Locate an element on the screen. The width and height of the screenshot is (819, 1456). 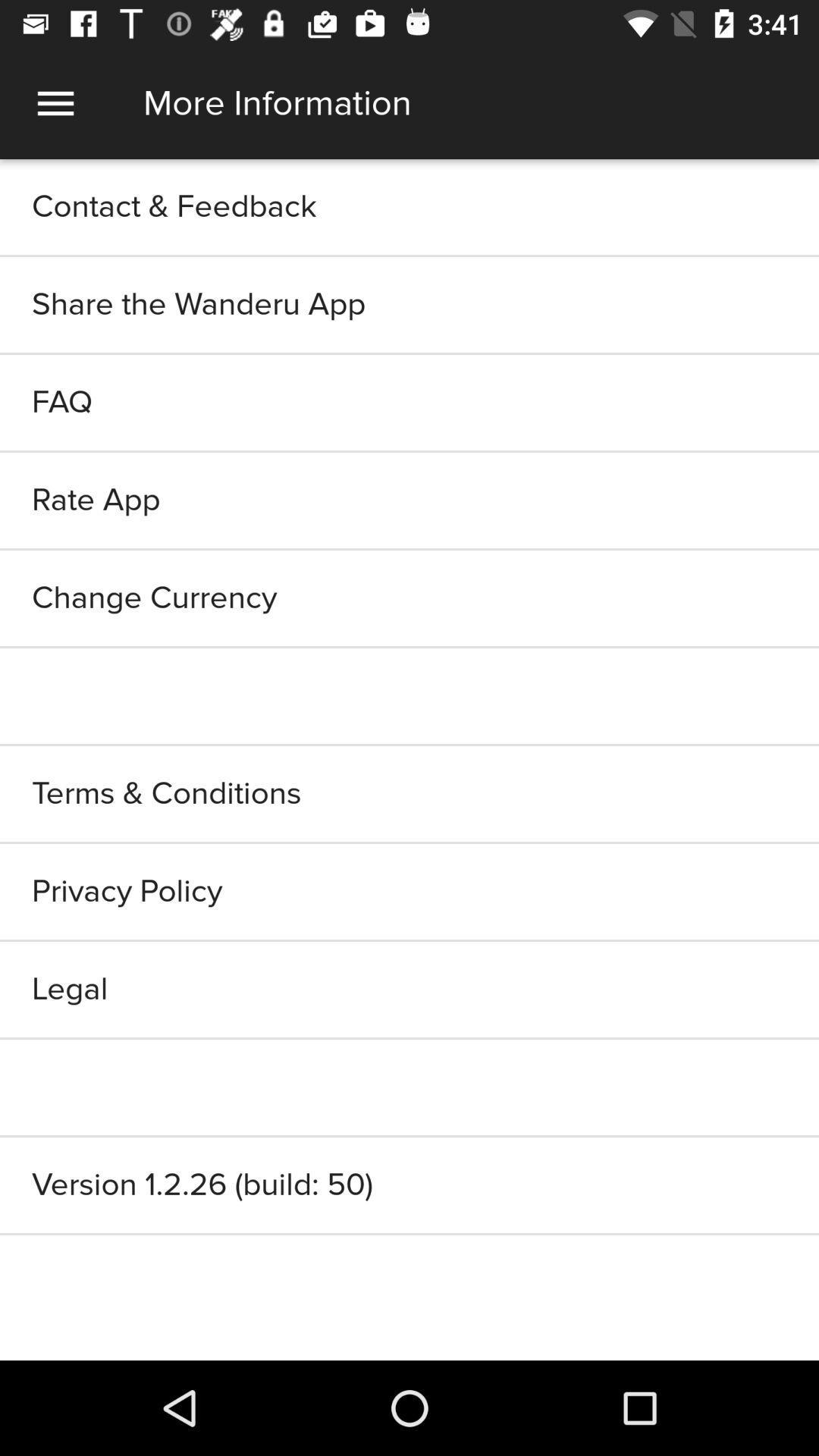
item below rate app is located at coordinates (409, 597).